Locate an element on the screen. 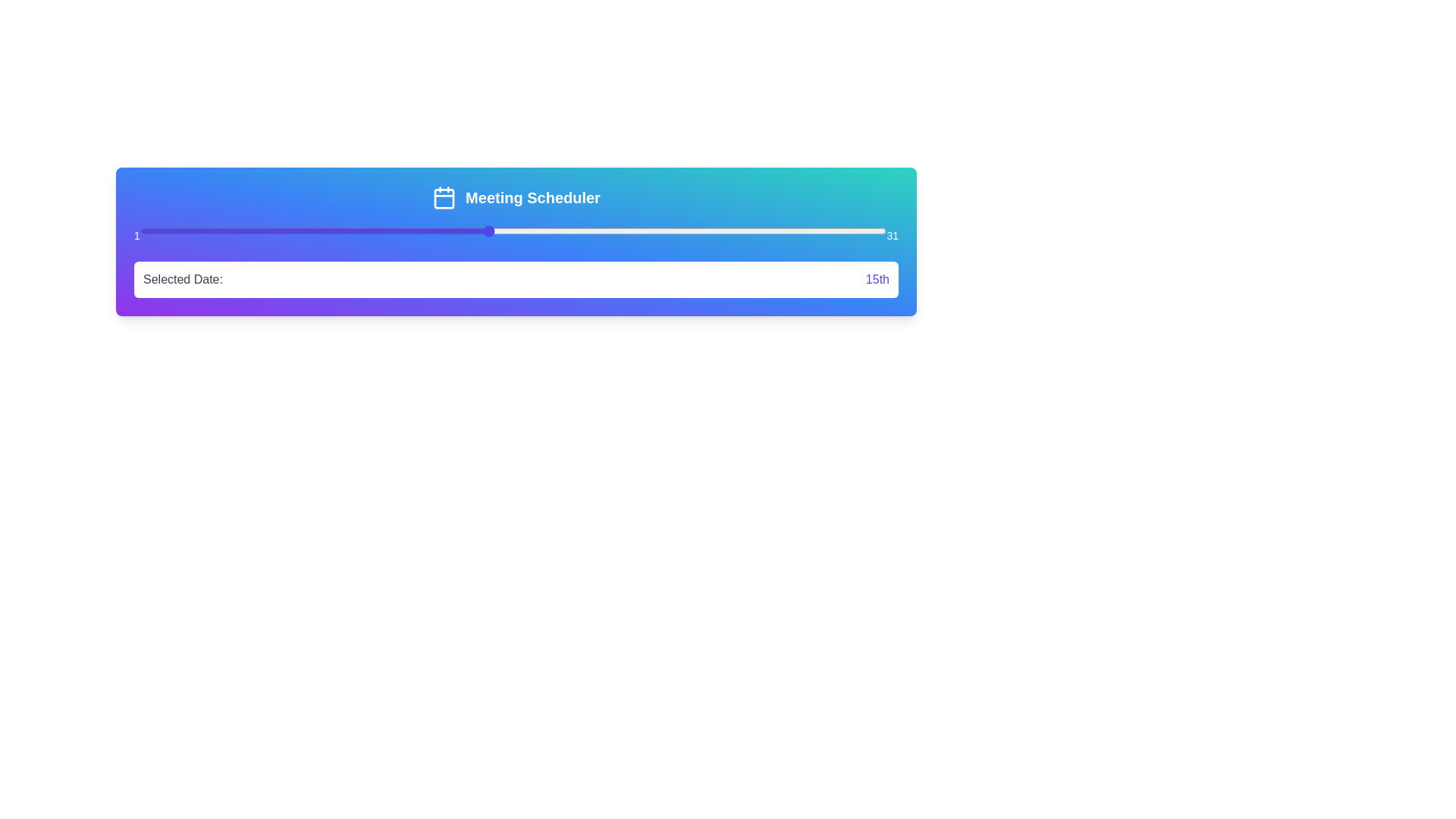 Image resolution: width=1456 pixels, height=819 pixels. the bold text label 'Meeting Scheduler' displayed in white font on a blue-green gradient background, located centrally in the upper section of the interface is located at coordinates (532, 197).